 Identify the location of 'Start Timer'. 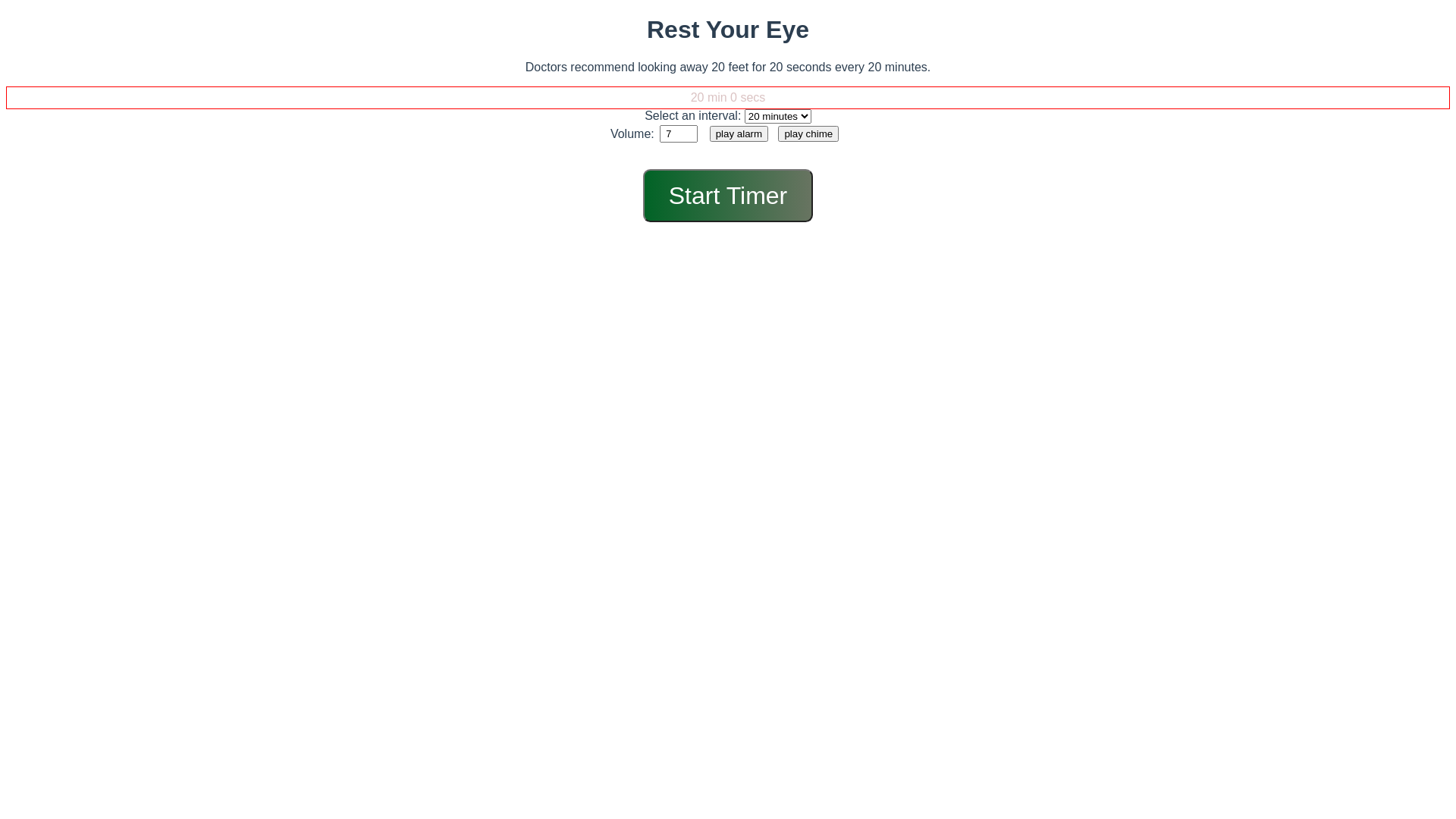
(728, 195).